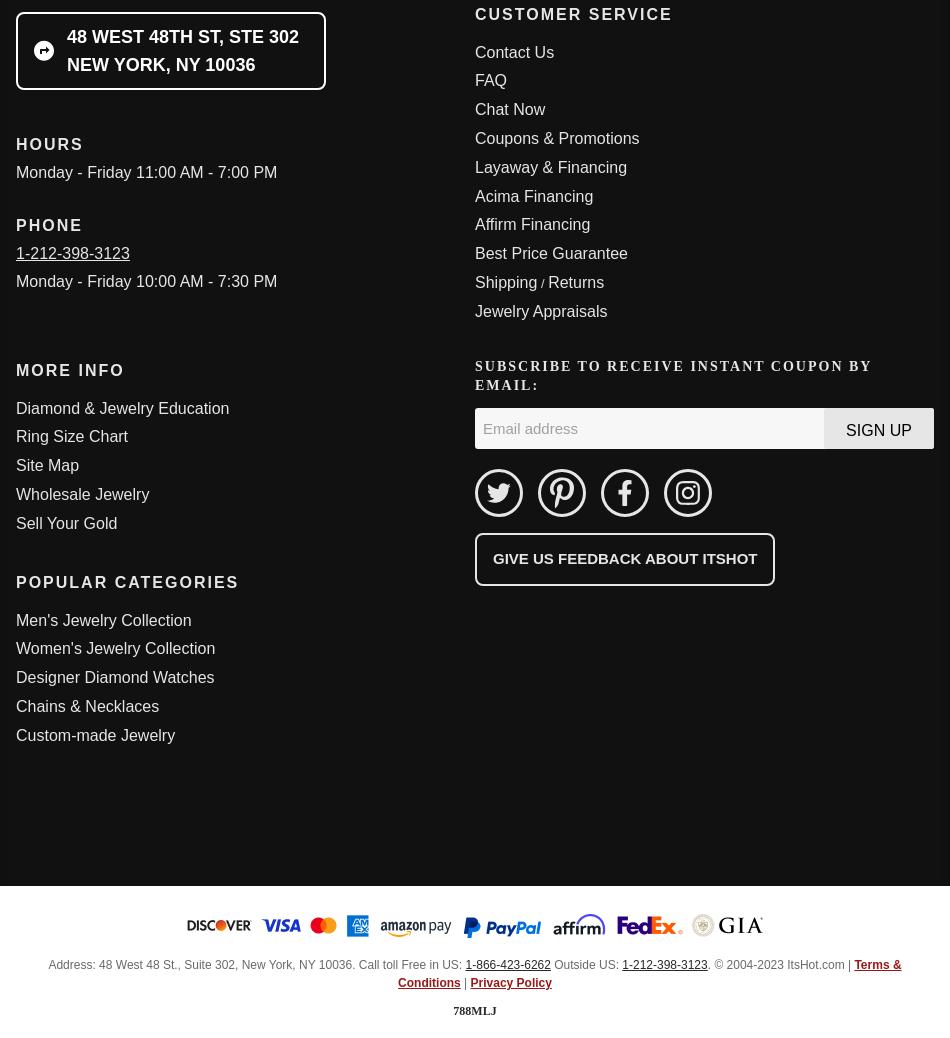 Image resolution: width=950 pixels, height=1038 pixels. I want to click on 'Phone', so click(49, 223).